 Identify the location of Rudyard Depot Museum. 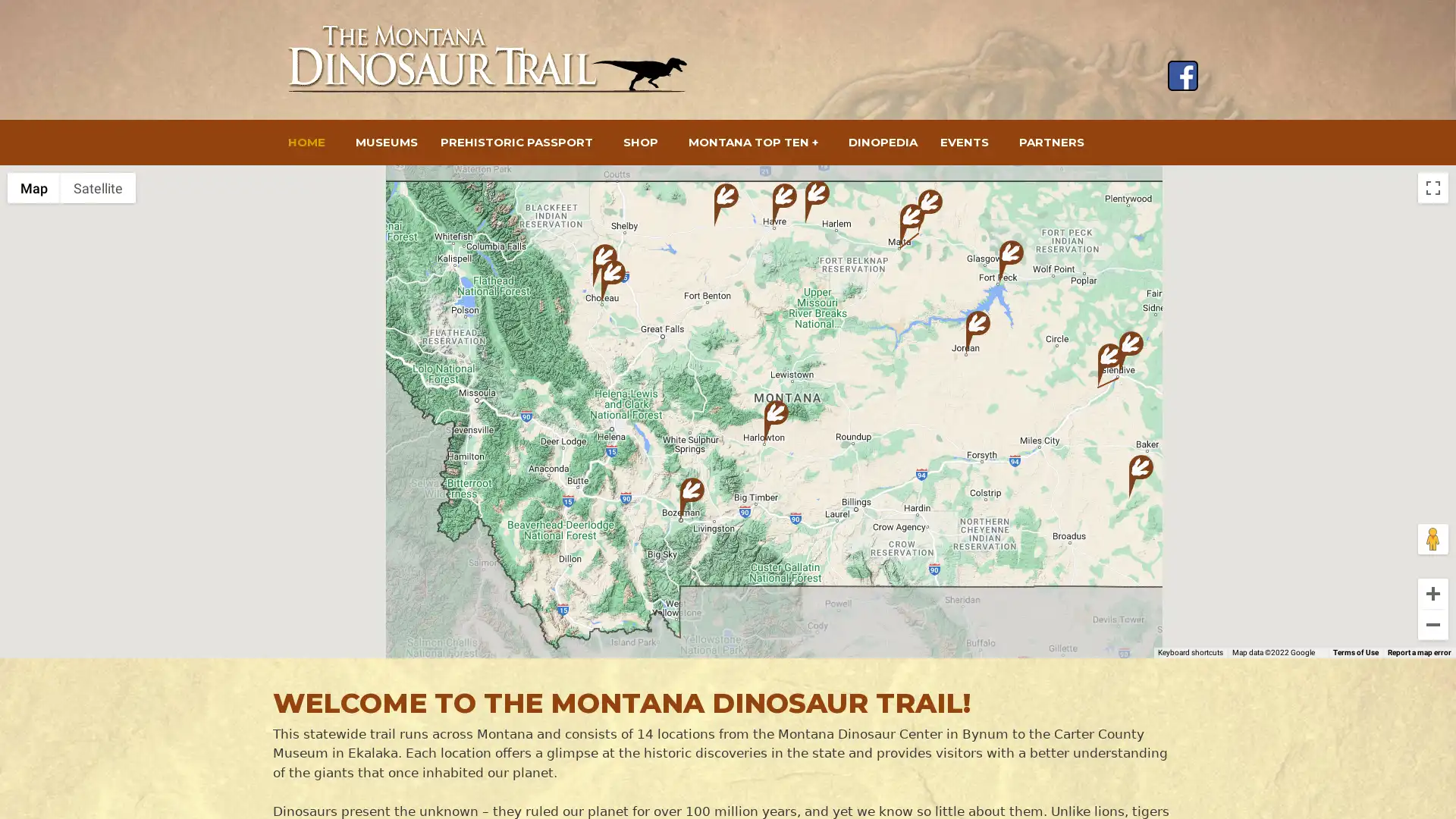
(726, 205).